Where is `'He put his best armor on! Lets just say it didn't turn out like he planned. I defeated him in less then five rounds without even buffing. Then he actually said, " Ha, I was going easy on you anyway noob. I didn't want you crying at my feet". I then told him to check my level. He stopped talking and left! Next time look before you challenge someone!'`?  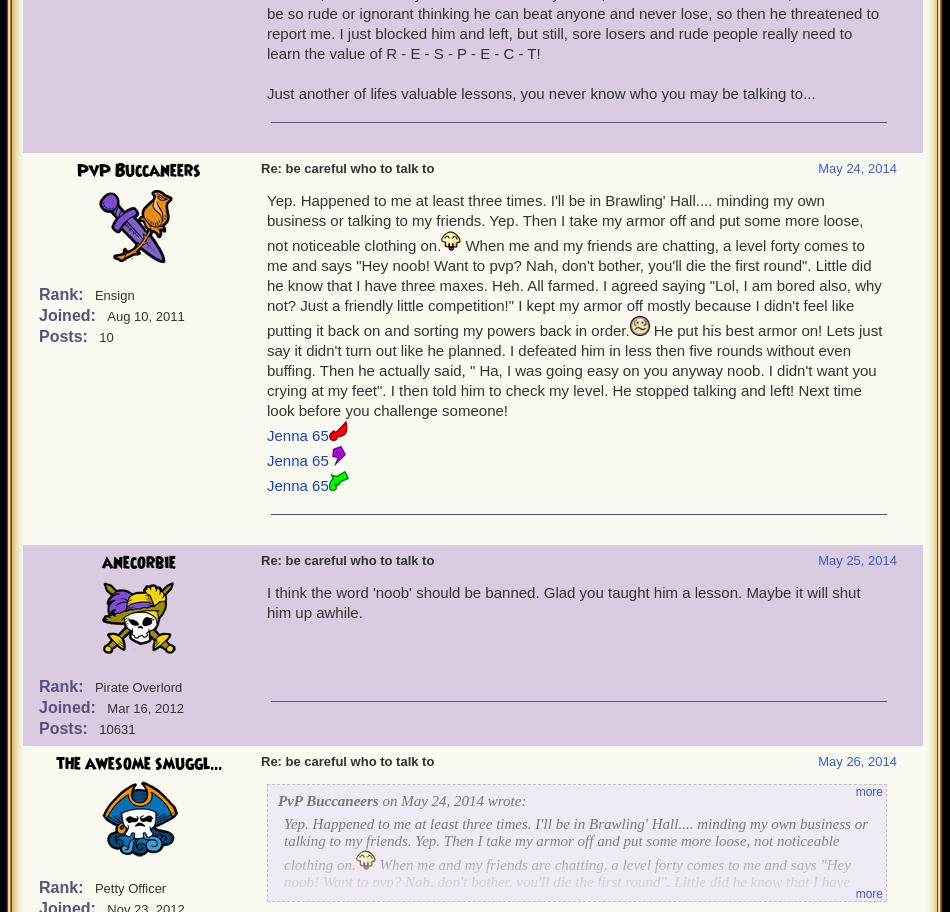 'He put his best armor on! Lets just say it didn't turn out like he planned. I defeated him in less then five rounds without even buffing. Then he actually said, " Ha, I was going easy on you anyway noob. I didn't want you crying at my feet". I then told him to check my level. He stopped talking and left! Next time look before you challenge someone!' is located at coordinates (574, 369).